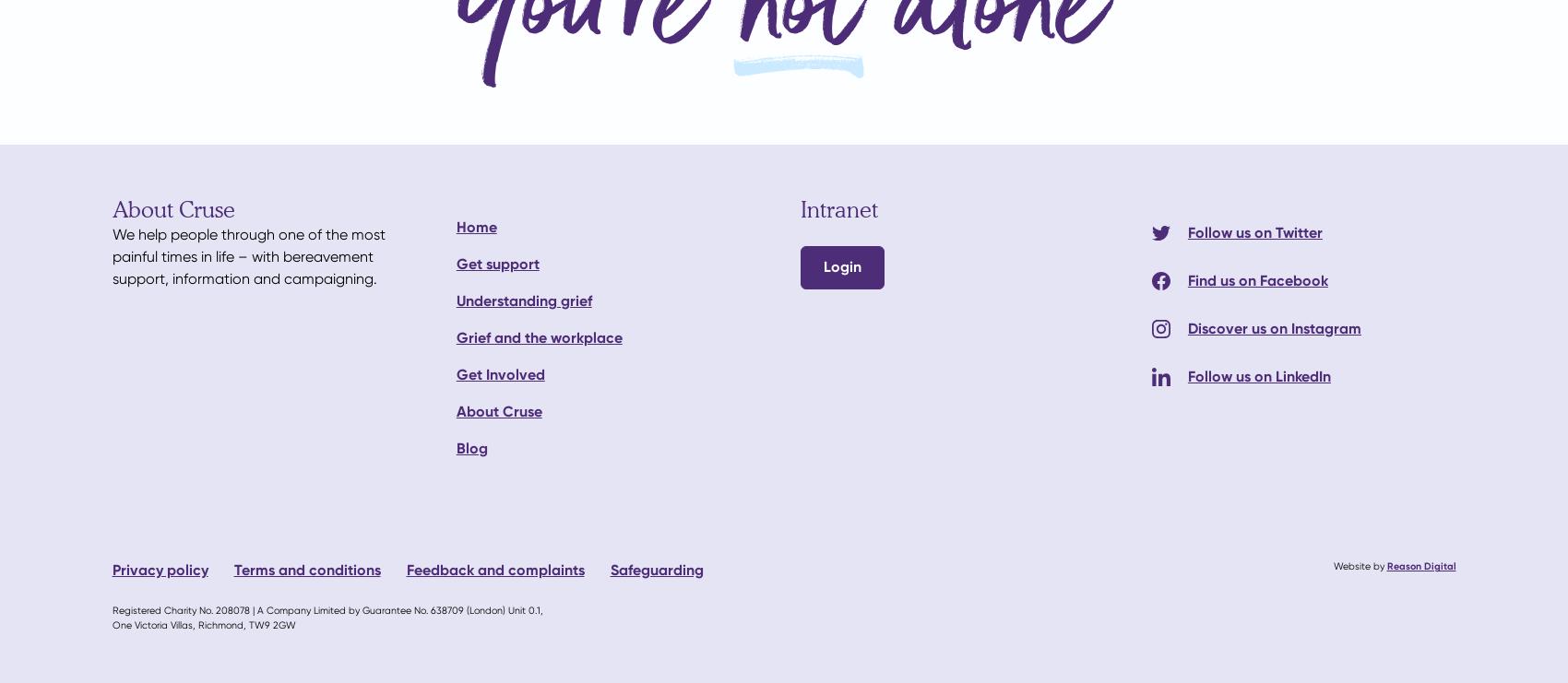  Describe the element at coordinates (1258, 375) in the screenshot. I see `'Follow us on LinkedIn'` at that location.